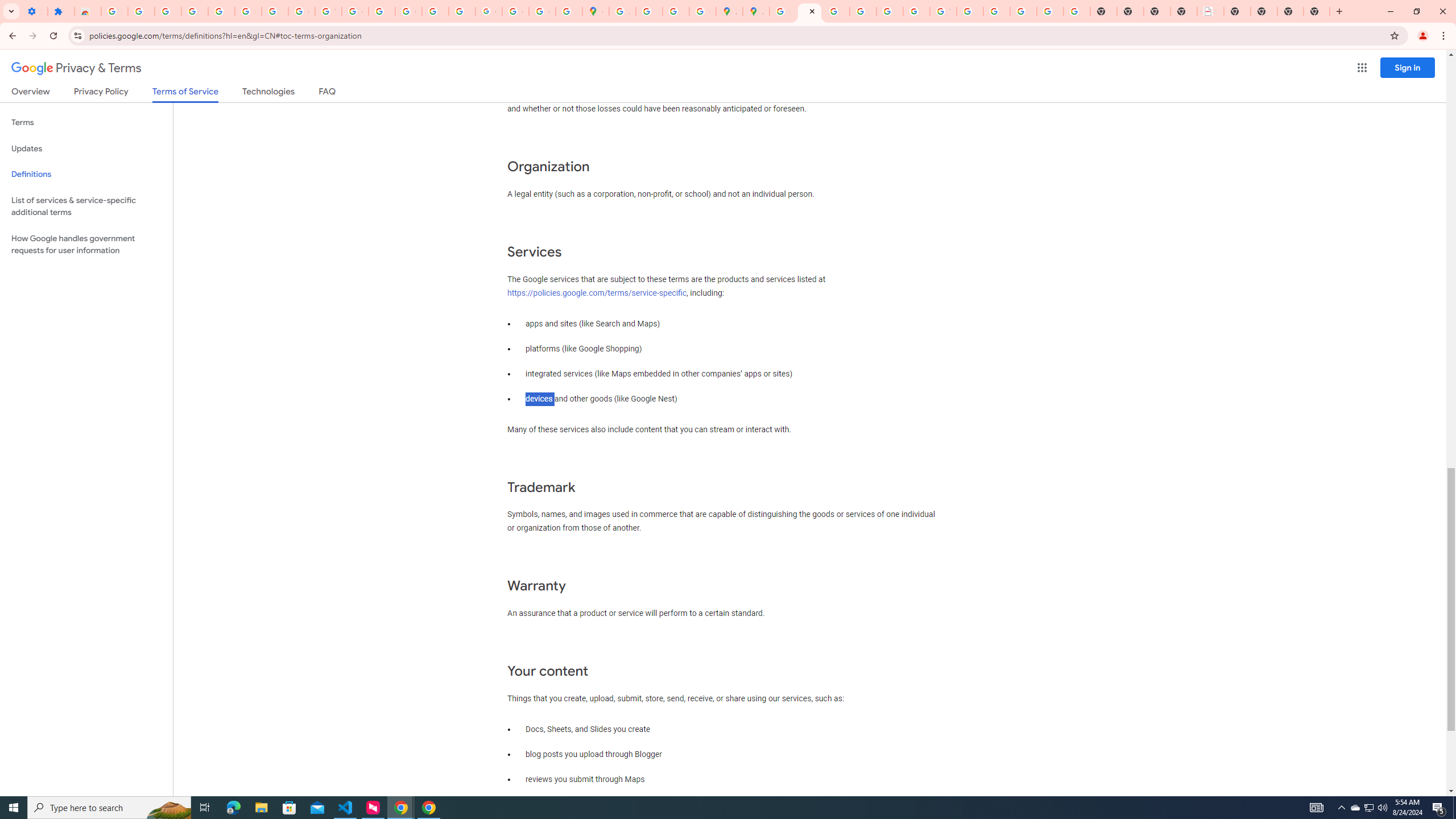 The width and height of the screenshot is (1456, 819). Describe the element at coordinates (86, 243) in the screenshot. I see `'How Google handles government requests for user information'` at that location.